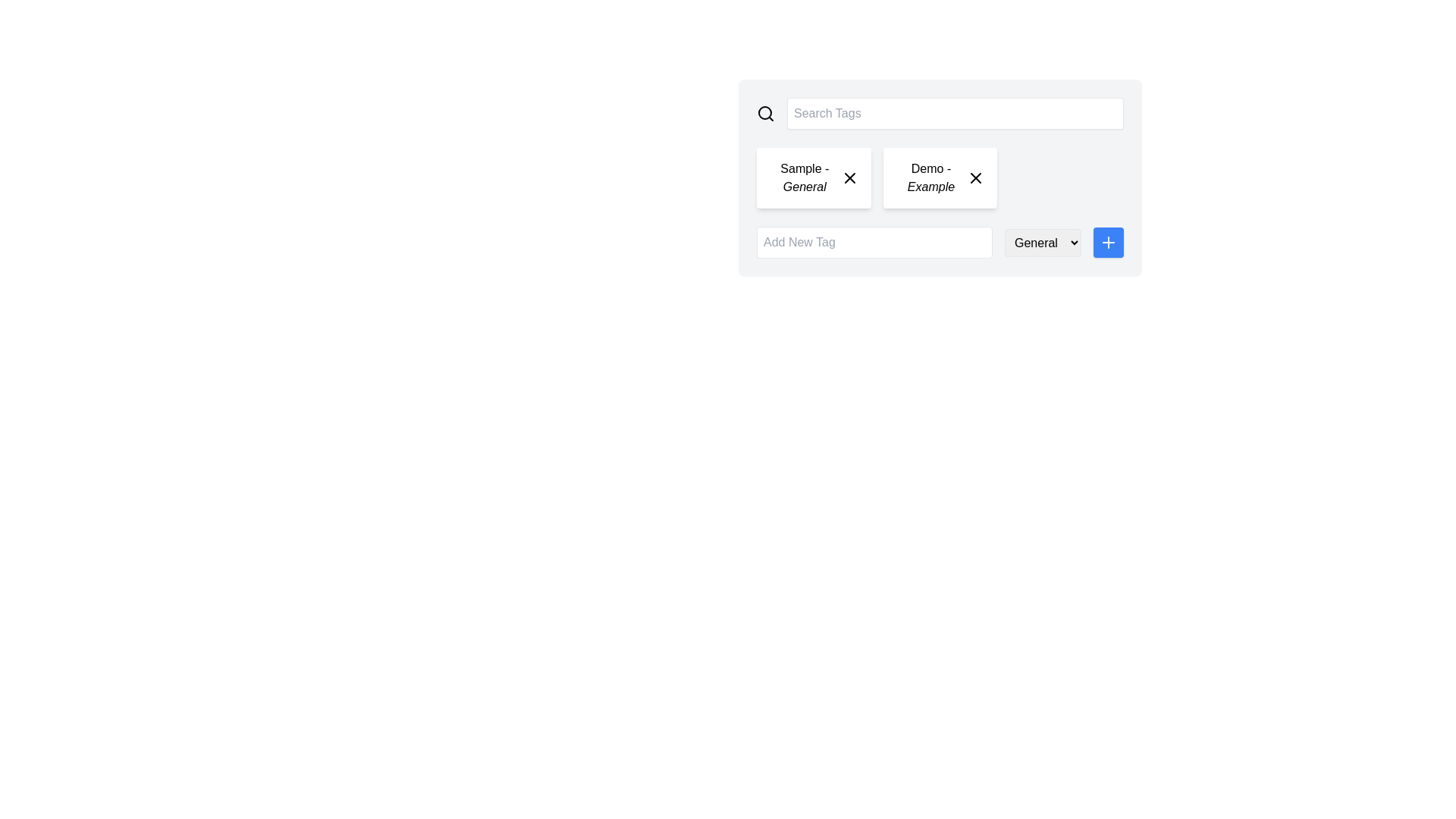 This screenshot has height=819, width=1456. Describe the element at coordinates (849, 177) in the screenshot. I see `the close button represented by a bold black 'X' icon located in the top-right corner of the 'Sample - General' card` at that location.